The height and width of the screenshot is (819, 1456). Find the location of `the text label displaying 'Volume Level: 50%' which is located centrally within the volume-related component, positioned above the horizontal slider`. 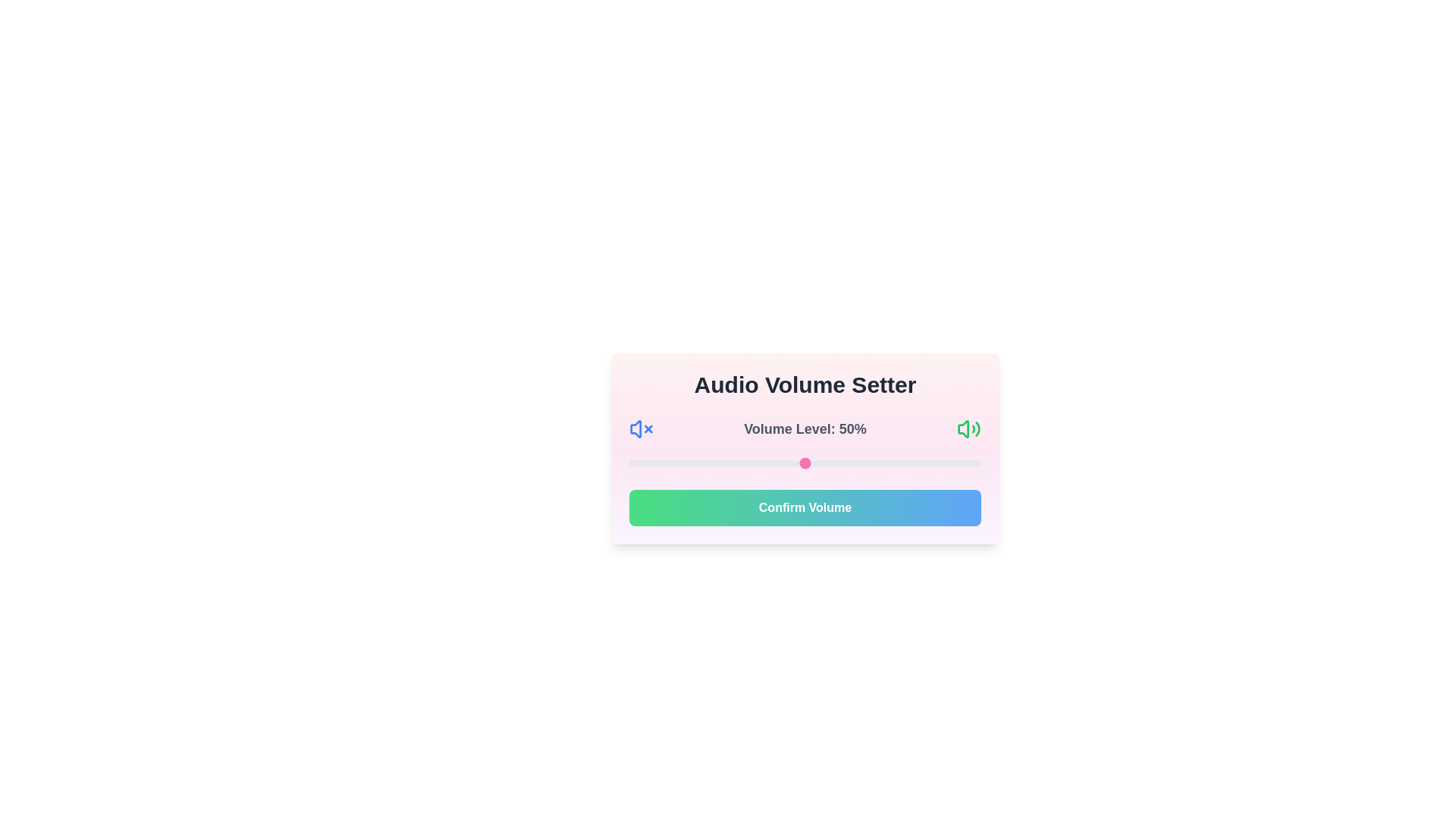

the text label displaying 'Volume Level: 50%' which is located centrally within the volume-related component, positioned above the horizontal slider is located at coordinates (804, 429).